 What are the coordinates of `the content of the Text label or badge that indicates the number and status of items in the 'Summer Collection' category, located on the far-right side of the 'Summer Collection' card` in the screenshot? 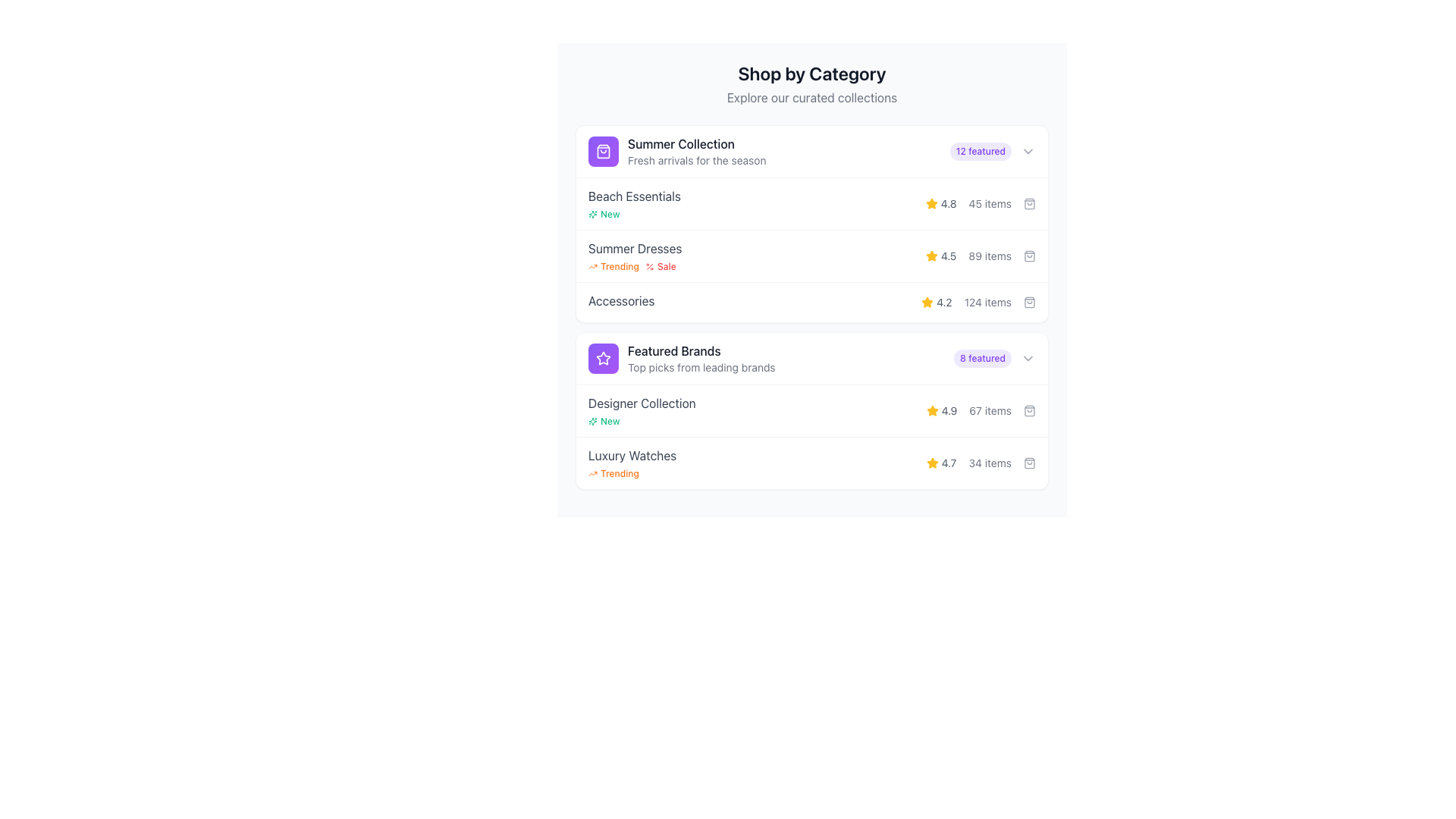 It's located at (993, 152).